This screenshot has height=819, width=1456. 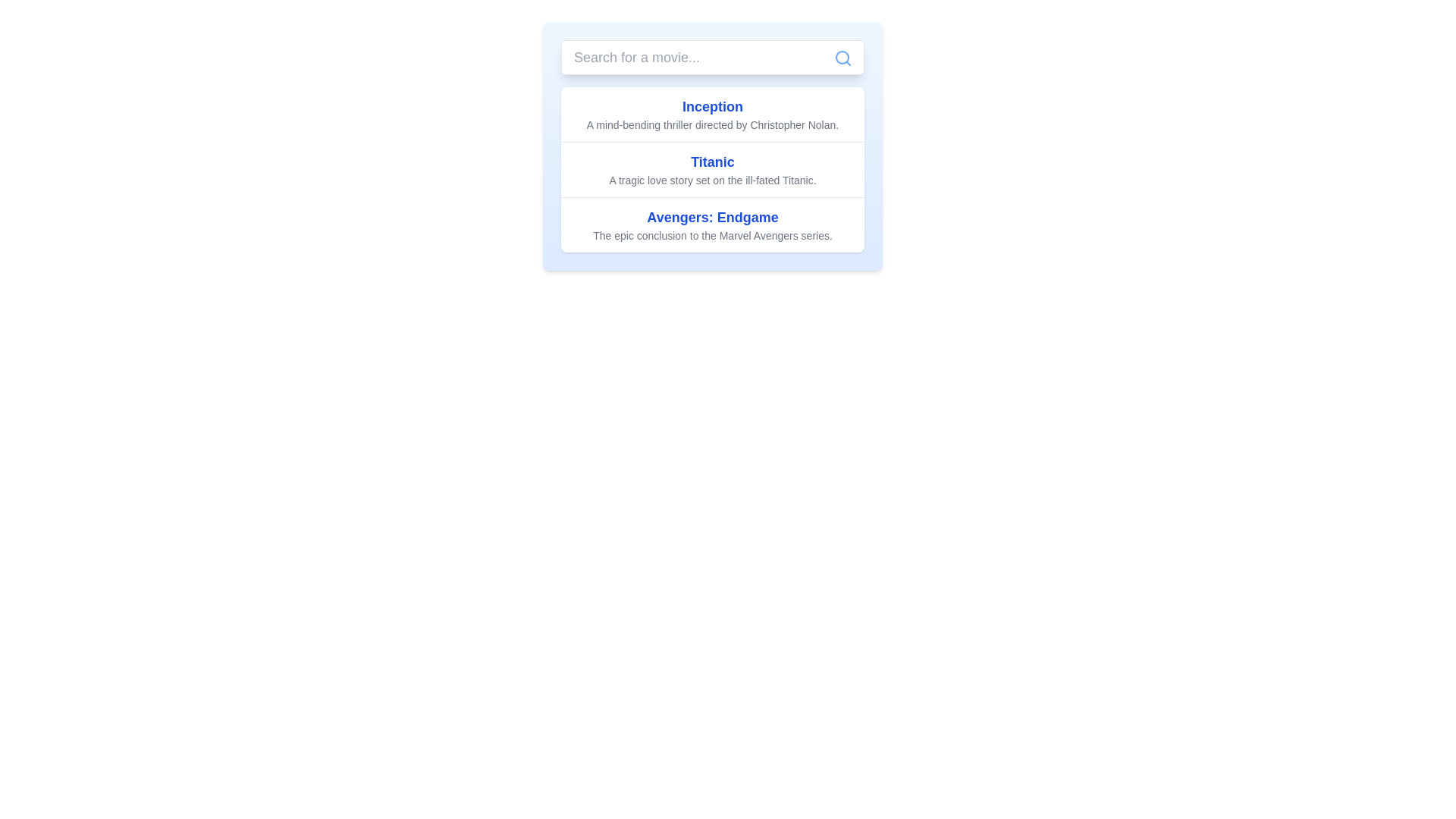 I want to click on the second movie entry, so click(x=712, y=169).